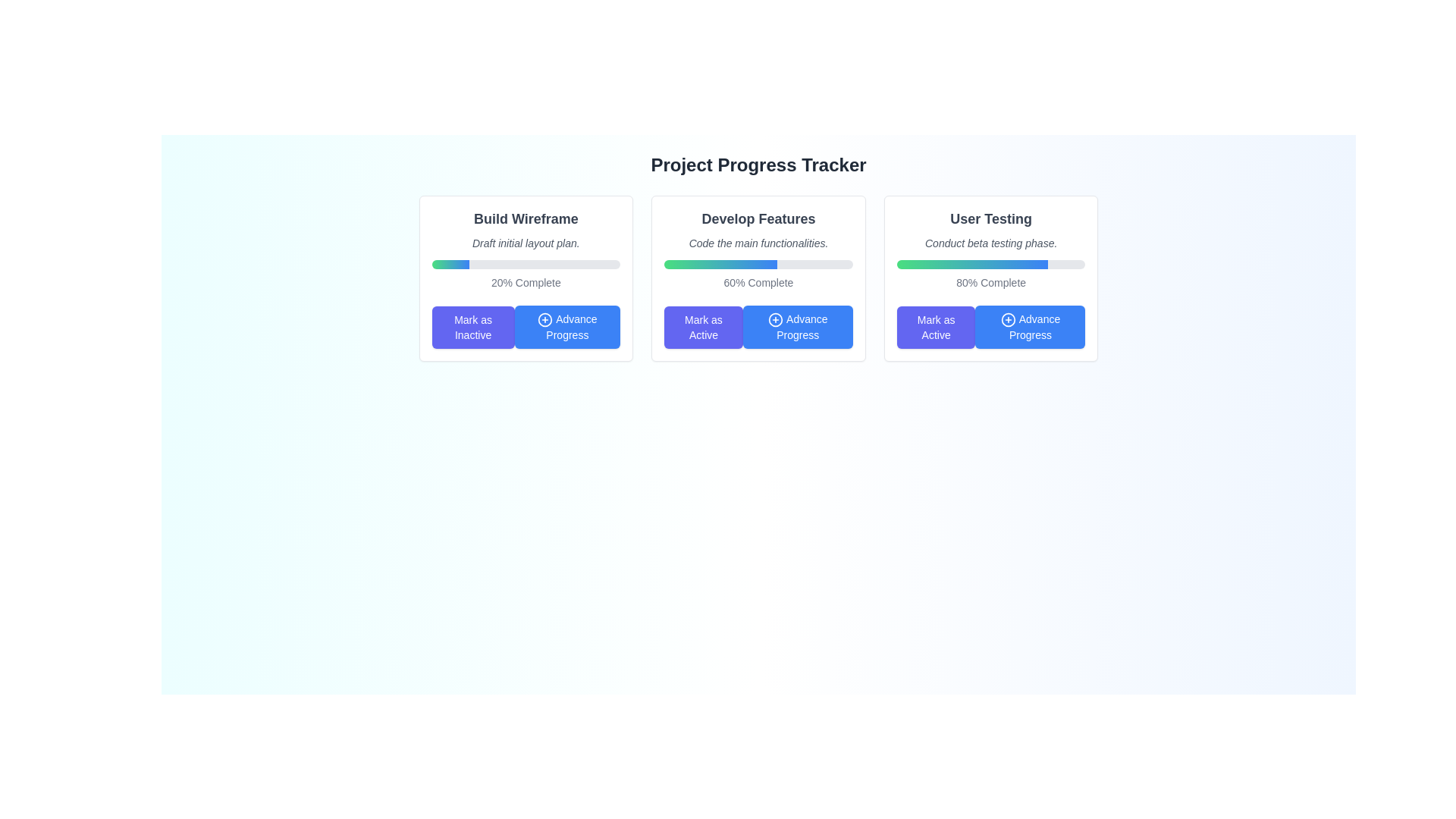 The height and width of the screenshot is (819, 1456). Describe the element at coordinates (1008, 319) in the screenshot. I see `the 'Advance Progress' button located in the 'User Testing' section, which contains a circular icon with a plus sign, positioned to the right of the button text` at that location.